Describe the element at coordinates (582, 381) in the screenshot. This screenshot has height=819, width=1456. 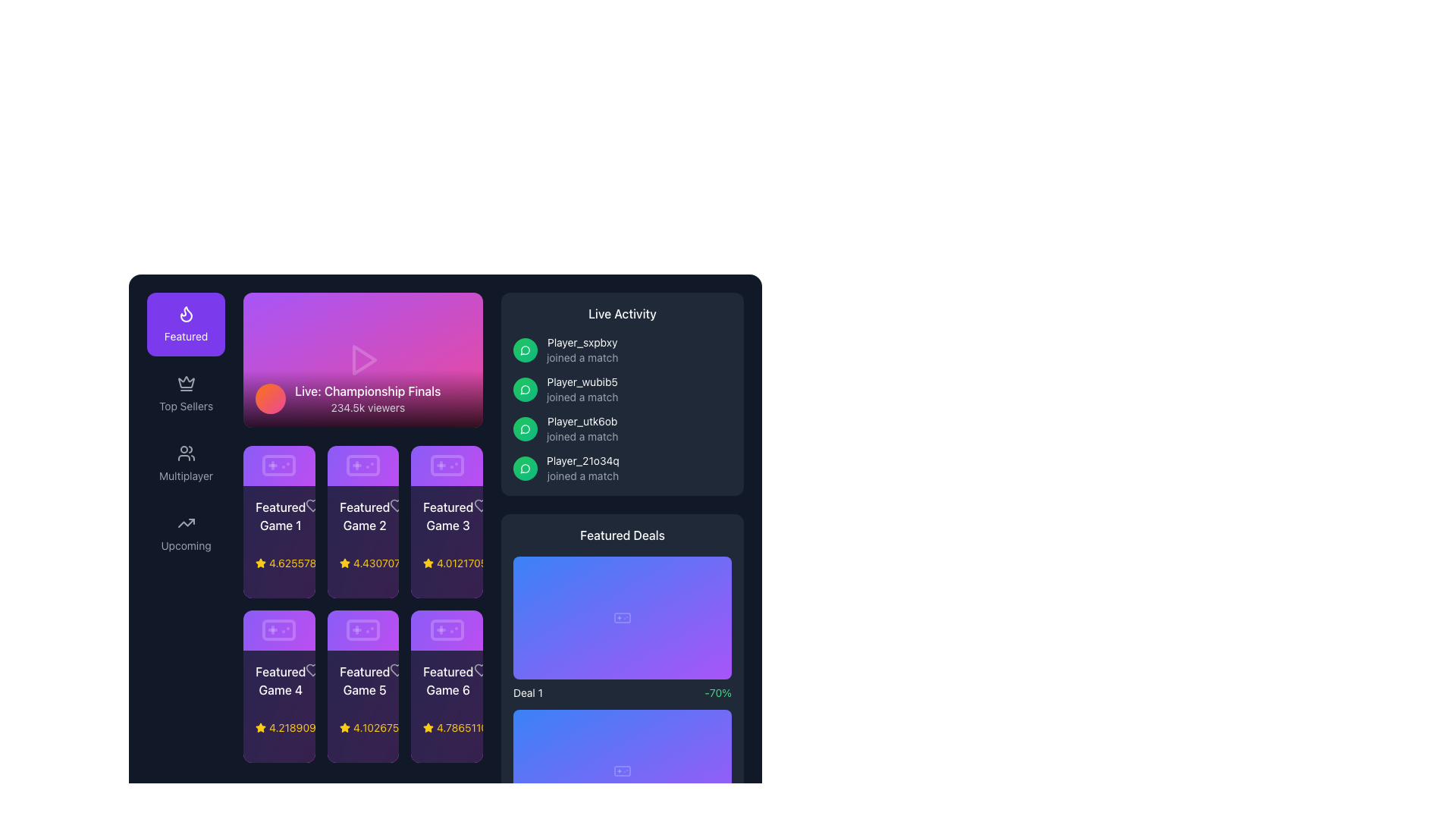
I see `the username text label indicating the player who joined the match in the 'Live Activity' section` at that location.